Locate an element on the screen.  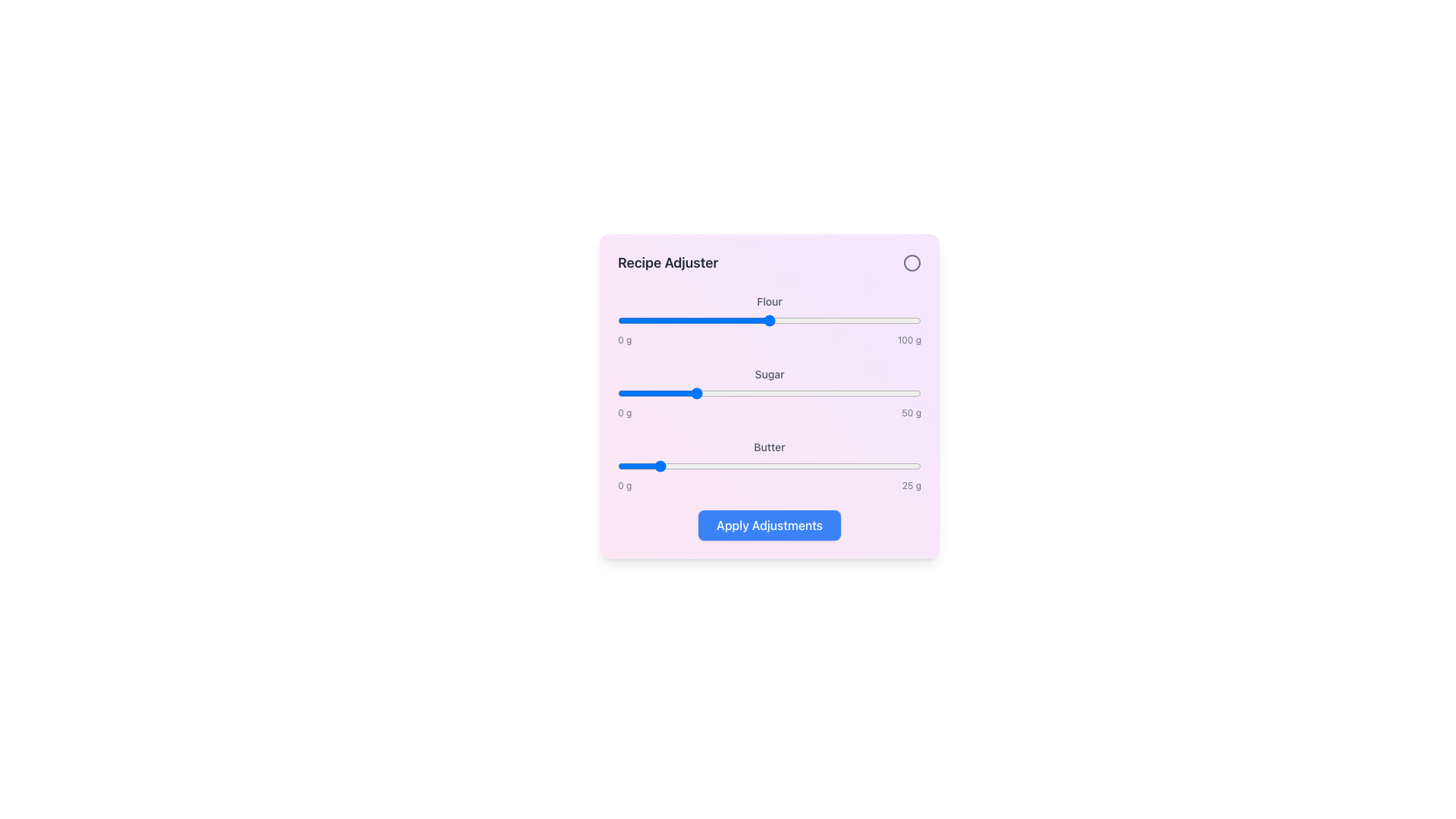
the flour amount is located at coordinates (746, 320).